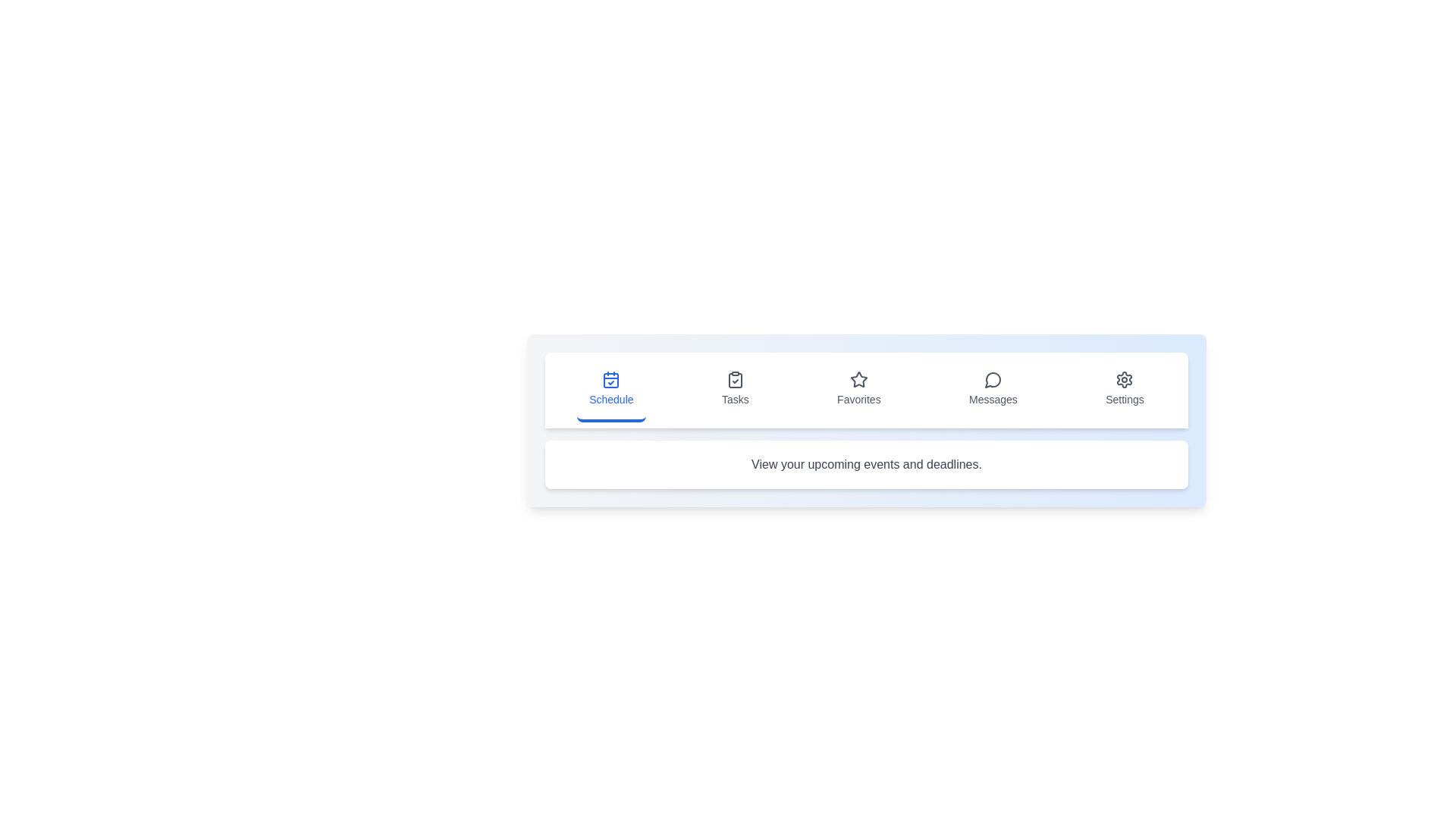 Image resolution: width=1456 pixels, height=819 pixels. I want to click on the icon corresponding to Favorites, so click(858, 390).